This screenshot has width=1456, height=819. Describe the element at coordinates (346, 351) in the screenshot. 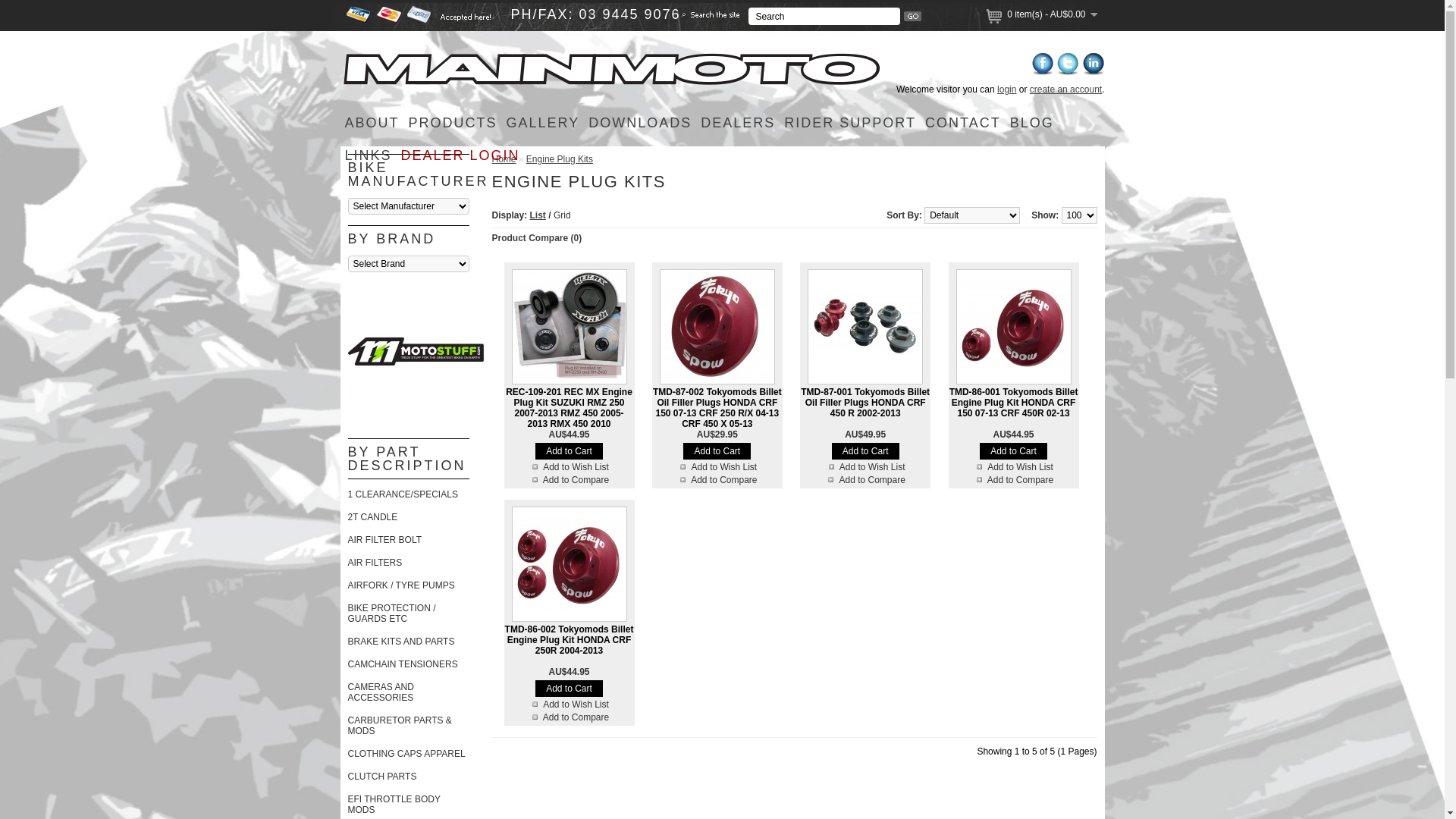

I see `'MOTOSTUFF'` at that location.